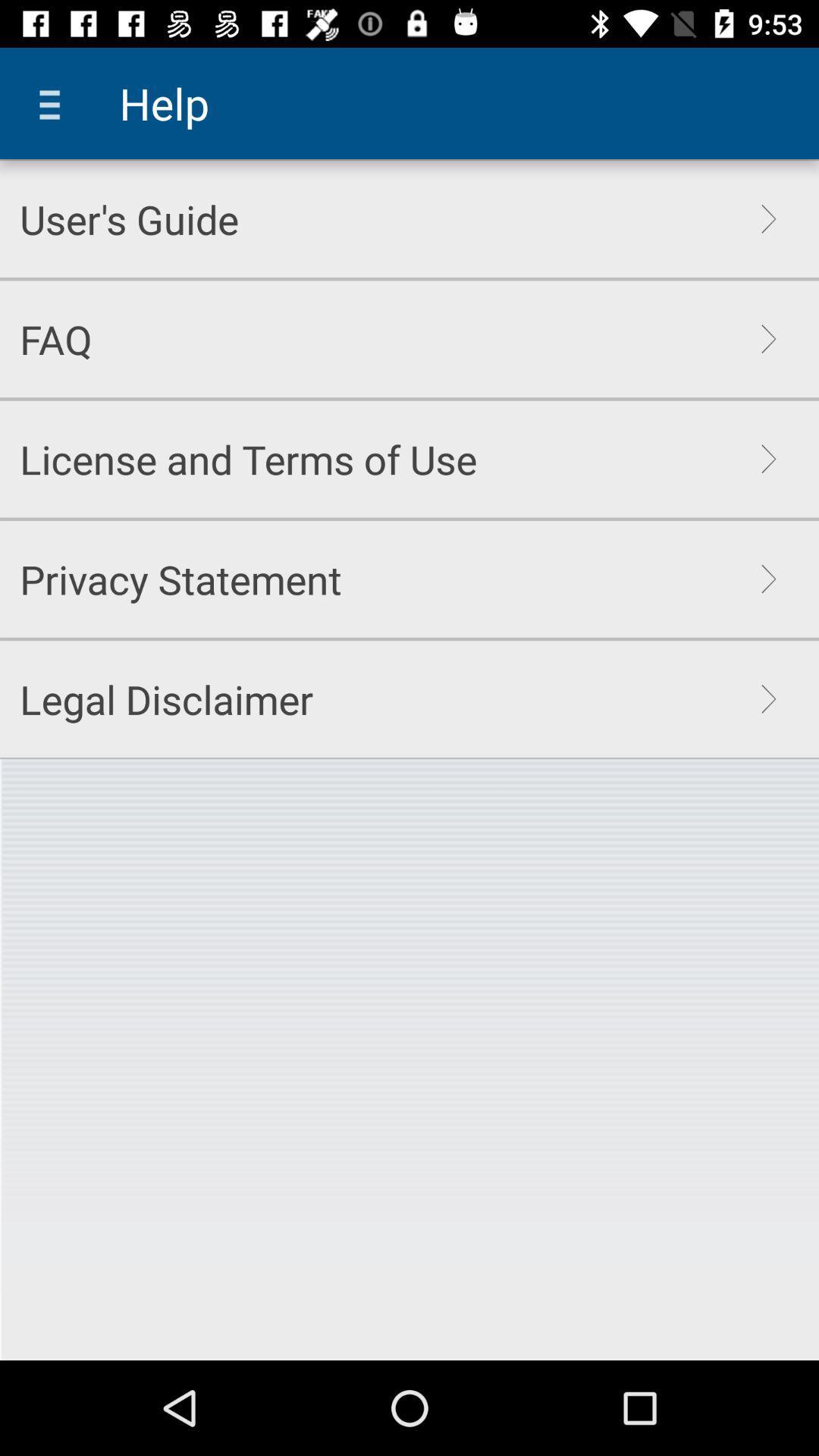 The width and height of the screenshot is (819, 1456). Describe the element at coordinates (55, 102) in the screenshot. I see `item next to the help icon` at that location.